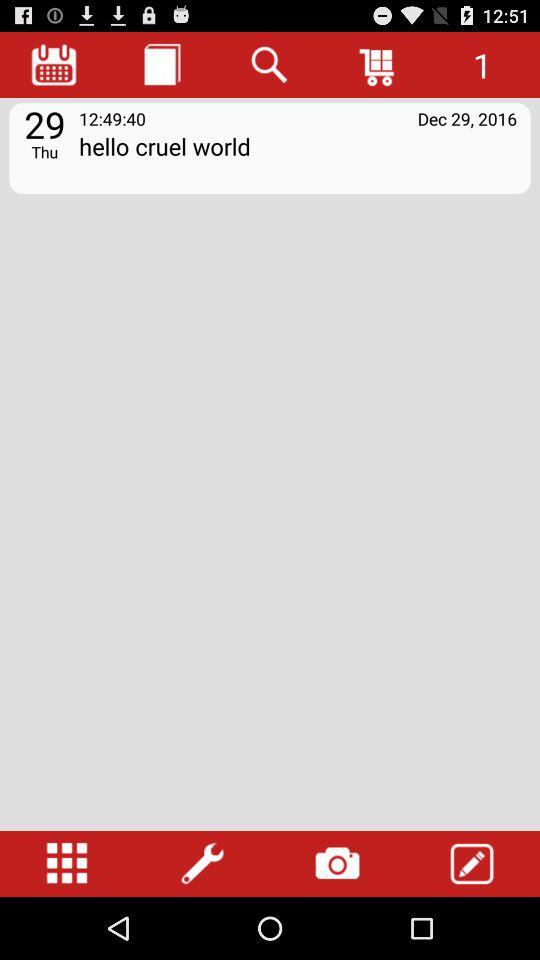 Image resolution: width=540 pixels, height=960 pixels. What do you see at coordinates (337, 863) in the screenshot?
I see `the item below the hello cruel world app` at bounding box center [337, 863].